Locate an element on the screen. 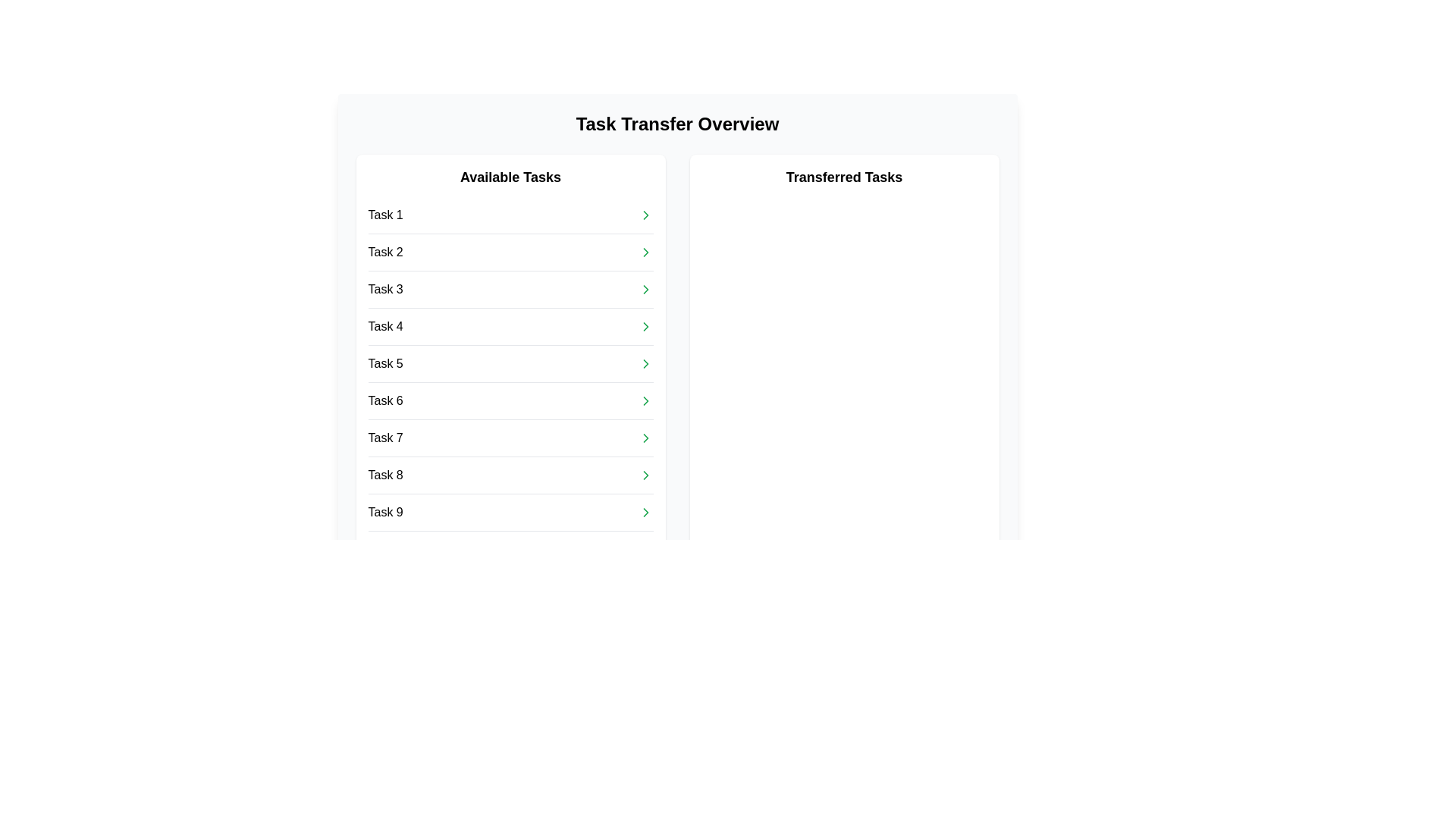 The width and height of the screenshot is (1456, 819). the arrow of the list item 'Task 8' is located at coordinates (510, 475).